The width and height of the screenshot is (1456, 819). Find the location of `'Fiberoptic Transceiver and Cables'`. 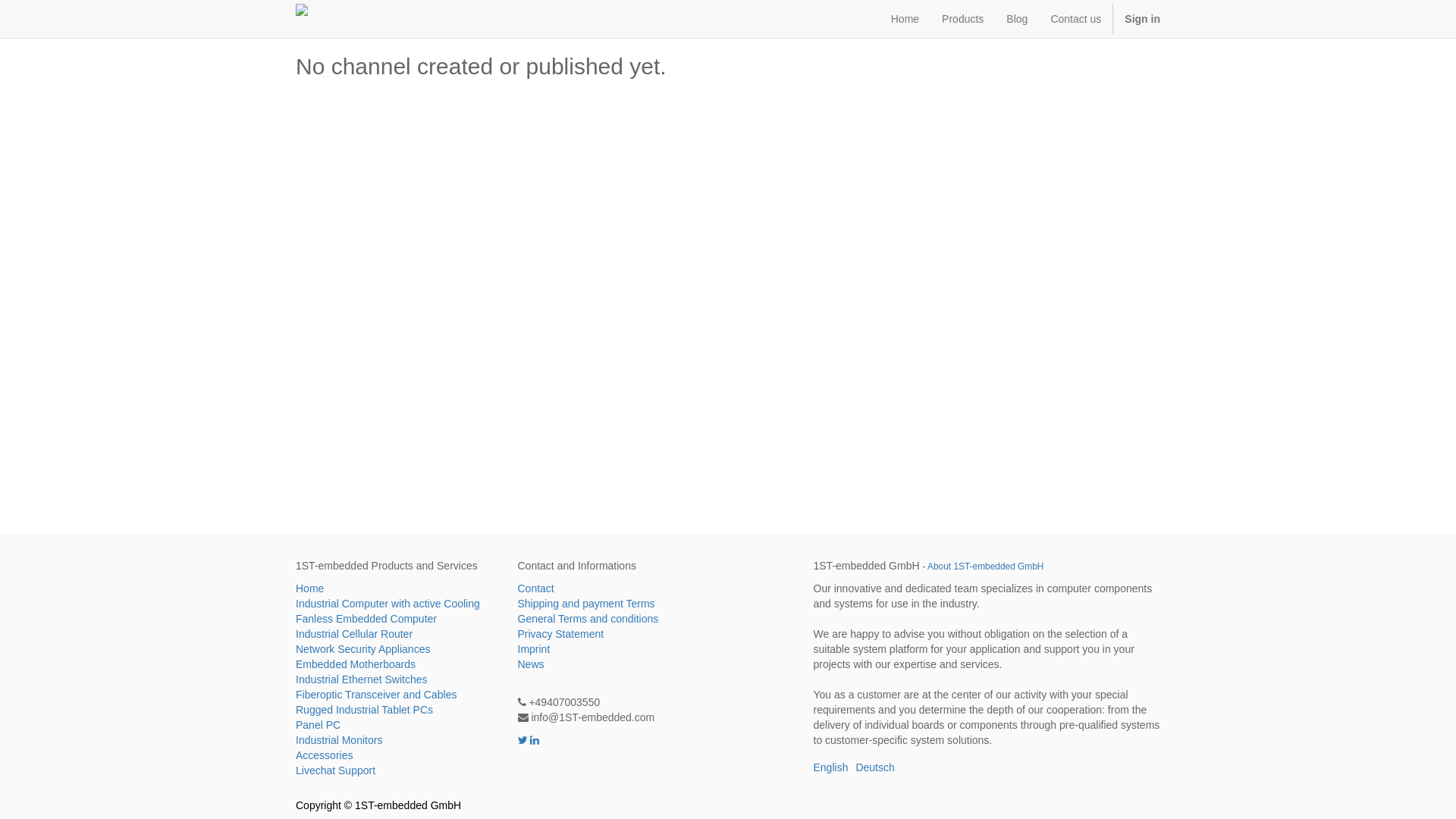

'Fiberoptic Transceiver and Cables' is located at coordinates (395, 694).